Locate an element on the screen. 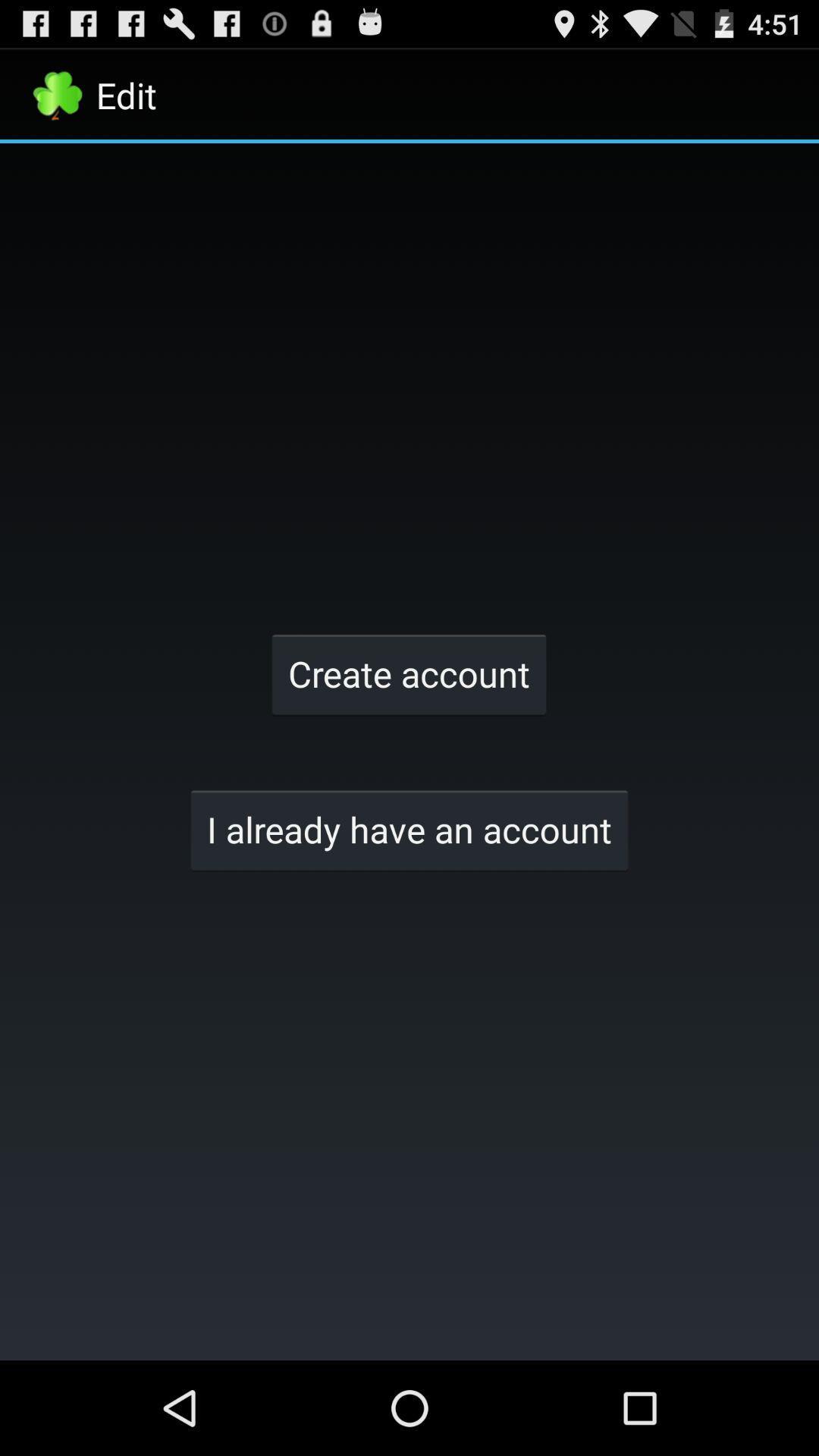 This screenshot has width=819, height=1456. the icon below the create account icon is located at coordinates (409, 829).